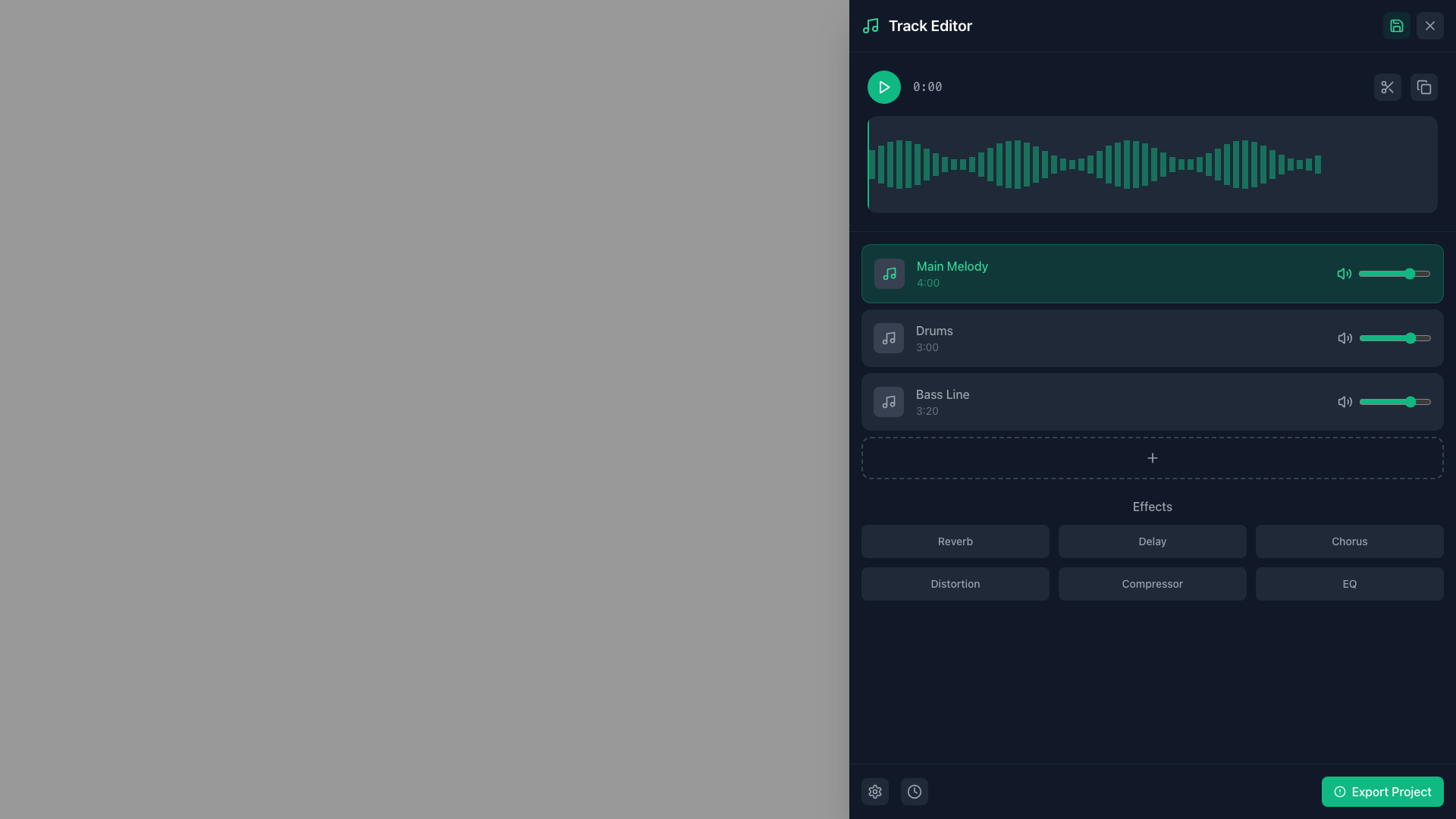 The height and width of the screenshot is (819, 1456). I want to click on the volume icon located in the 'Bass Line' row, so click(1341, 400).